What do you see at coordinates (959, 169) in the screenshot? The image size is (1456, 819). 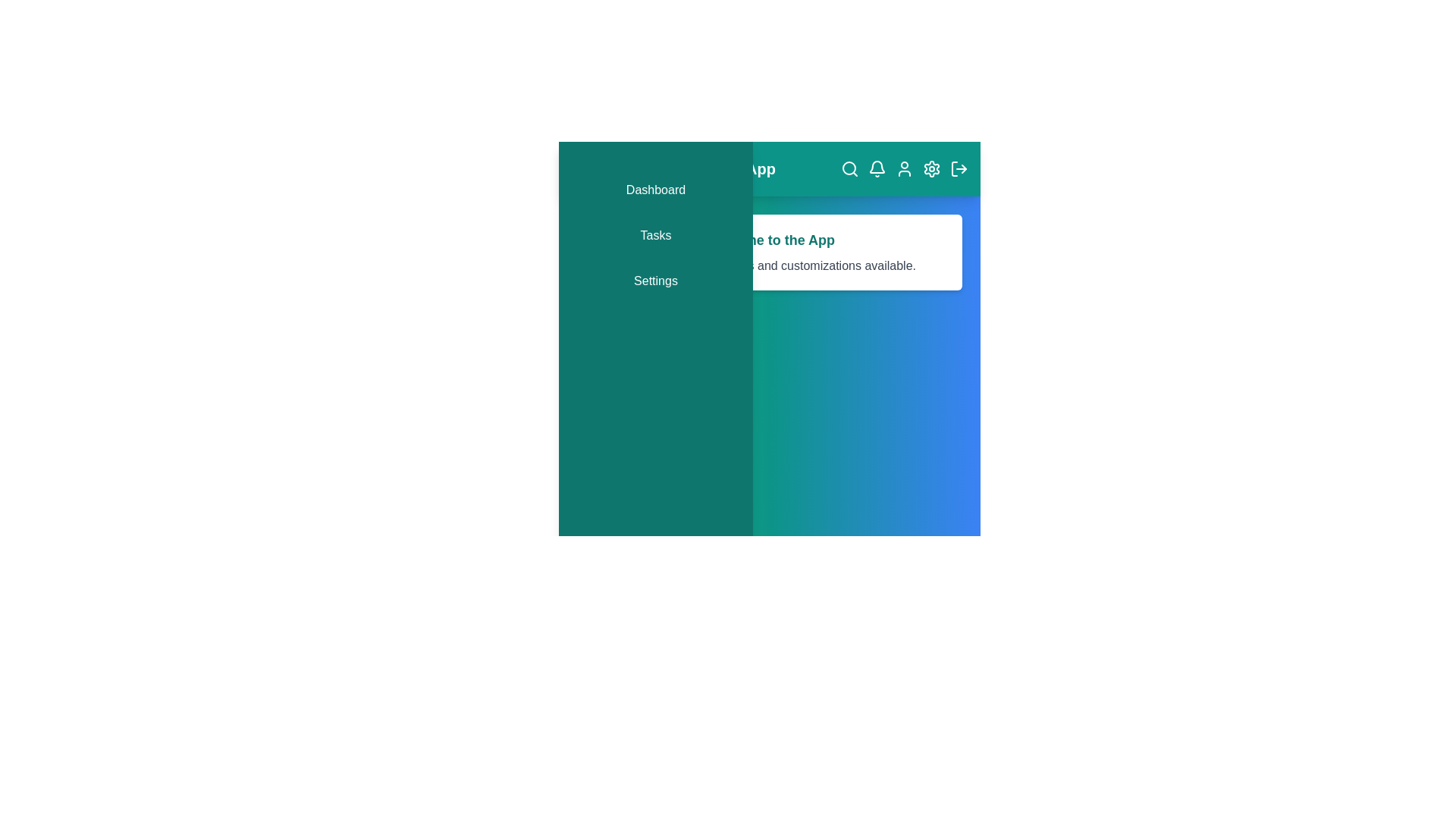 I see `the 'Logout' icon to log out of the application` at bounding box center [959, 169].